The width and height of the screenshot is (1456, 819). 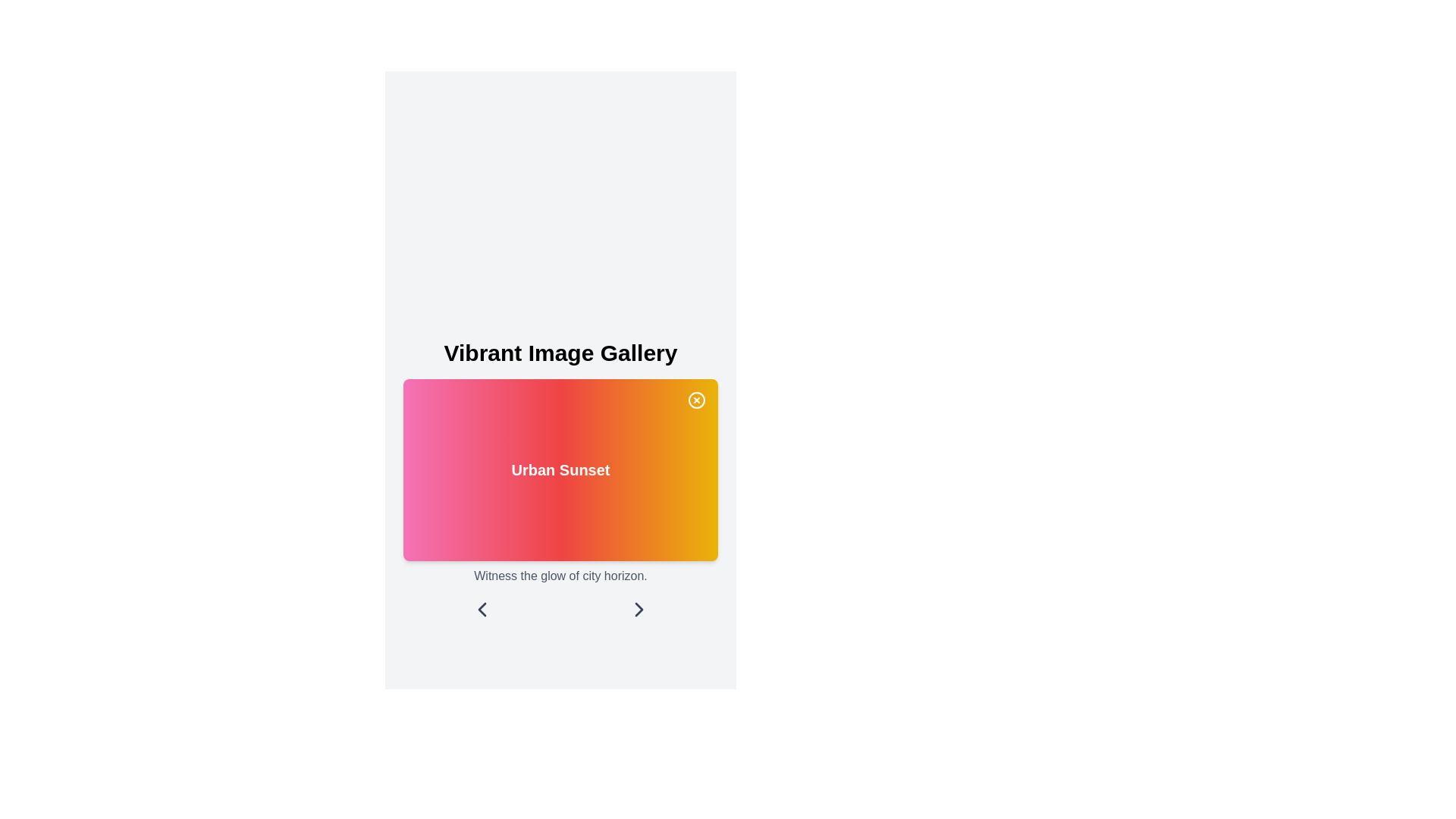 I want to click on the left navigation button located at the bottom-left corner of the interface, so click(x=481, y=608).